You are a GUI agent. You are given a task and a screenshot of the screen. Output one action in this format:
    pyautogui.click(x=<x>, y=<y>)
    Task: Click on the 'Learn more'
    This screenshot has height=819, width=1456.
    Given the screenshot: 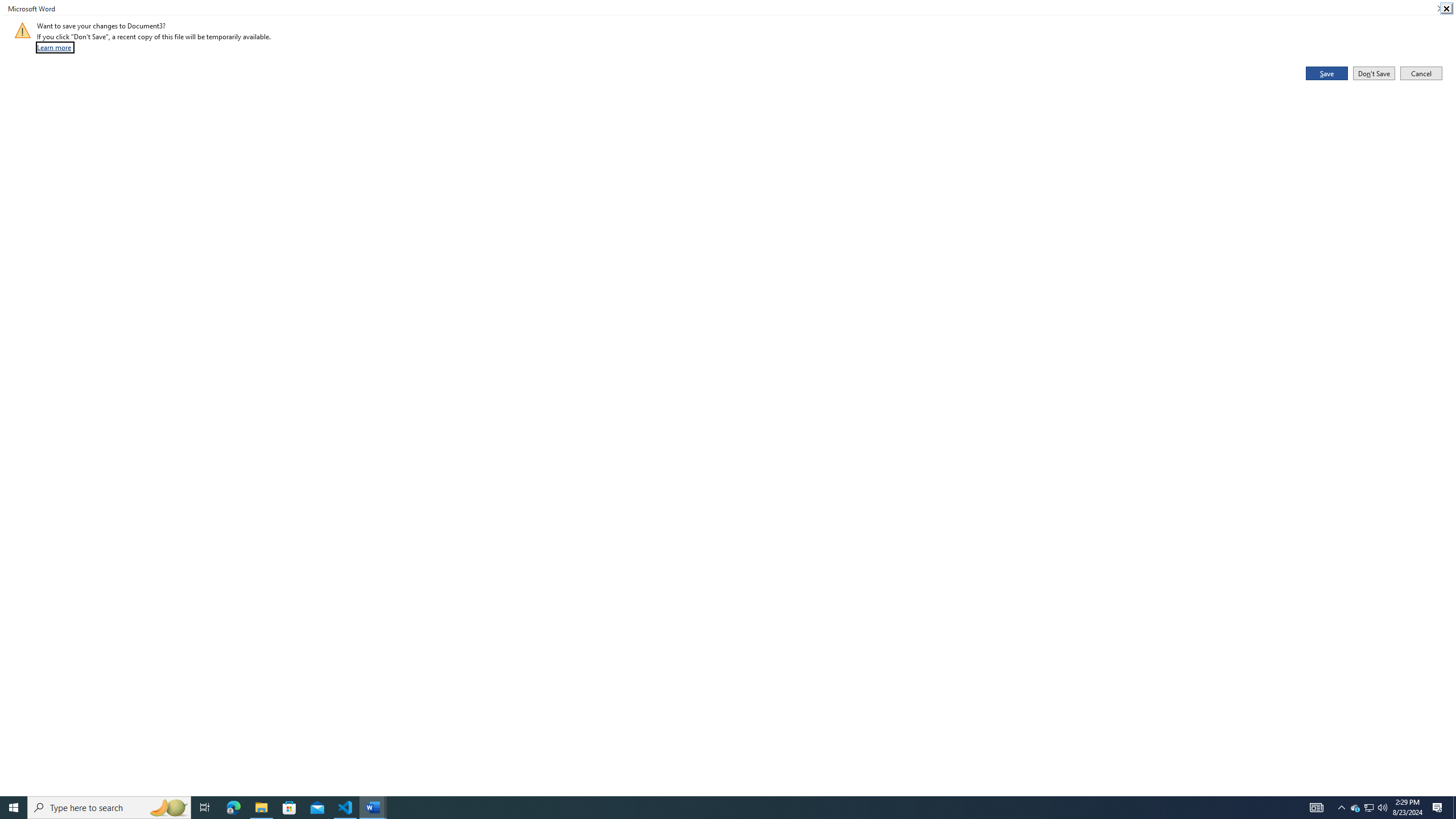 What is the action you would take?
    pyautogui.click(x=54, y=47)
    